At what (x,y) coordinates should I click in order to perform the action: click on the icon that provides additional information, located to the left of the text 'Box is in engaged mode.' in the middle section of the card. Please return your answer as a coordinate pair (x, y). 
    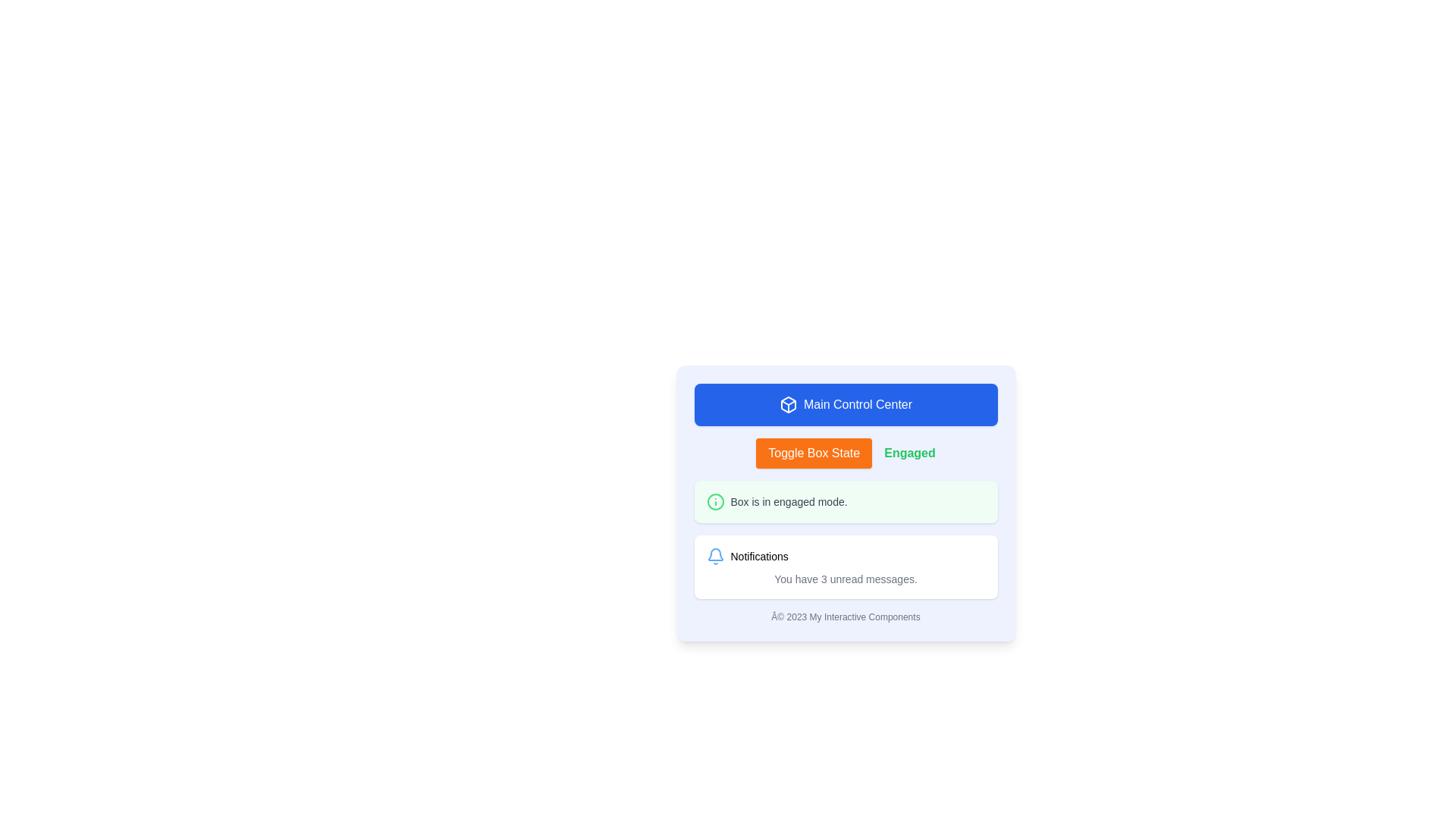
    Looking at the image, I should click on (714, 502).